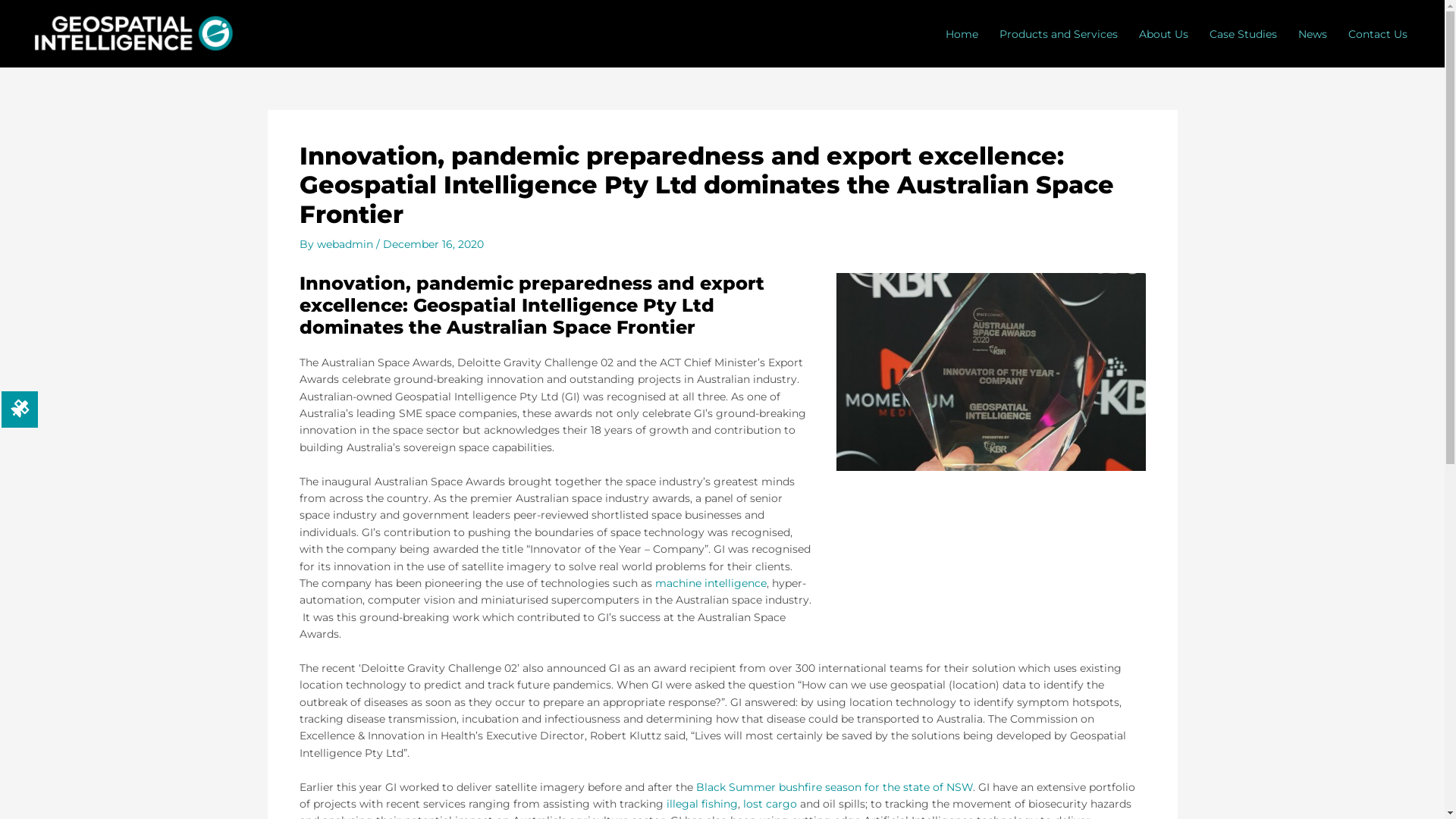  I want to click on 'machine intelligence', so click(655, 582).